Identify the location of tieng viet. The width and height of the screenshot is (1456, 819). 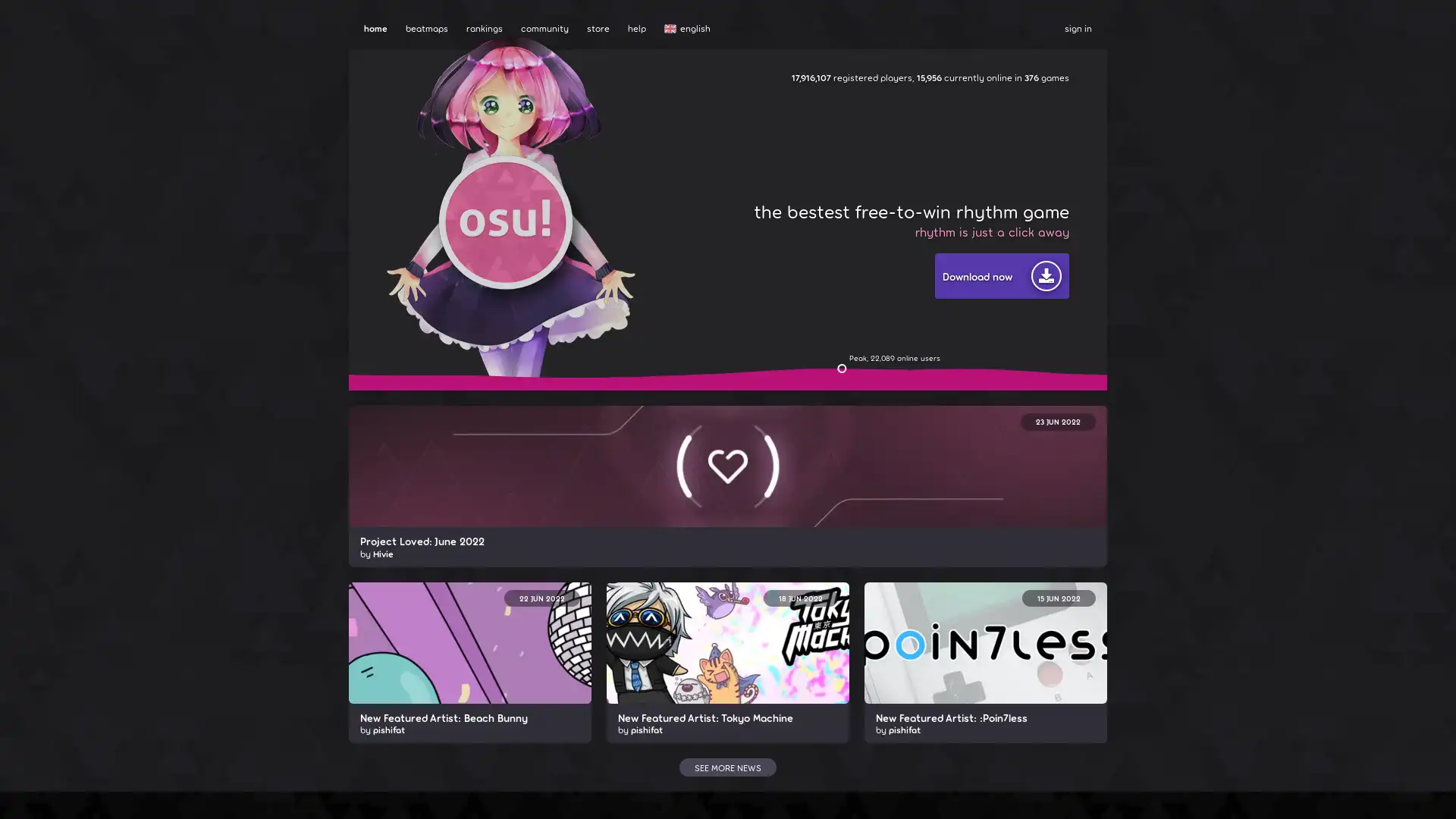
(709, 585).